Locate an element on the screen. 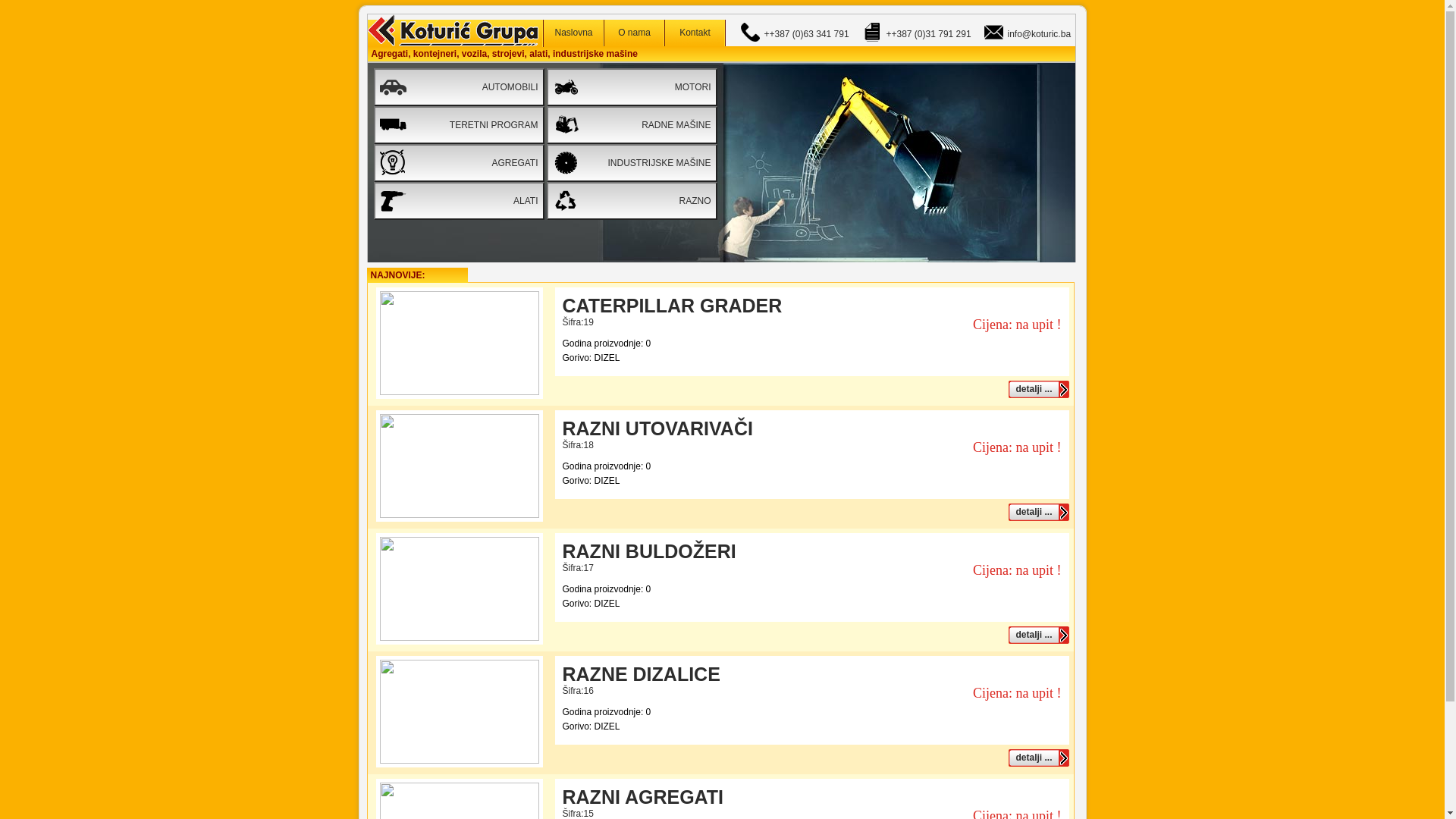 The image size is (1456, 819). 'O nama' is located at coordinates (633, 33).